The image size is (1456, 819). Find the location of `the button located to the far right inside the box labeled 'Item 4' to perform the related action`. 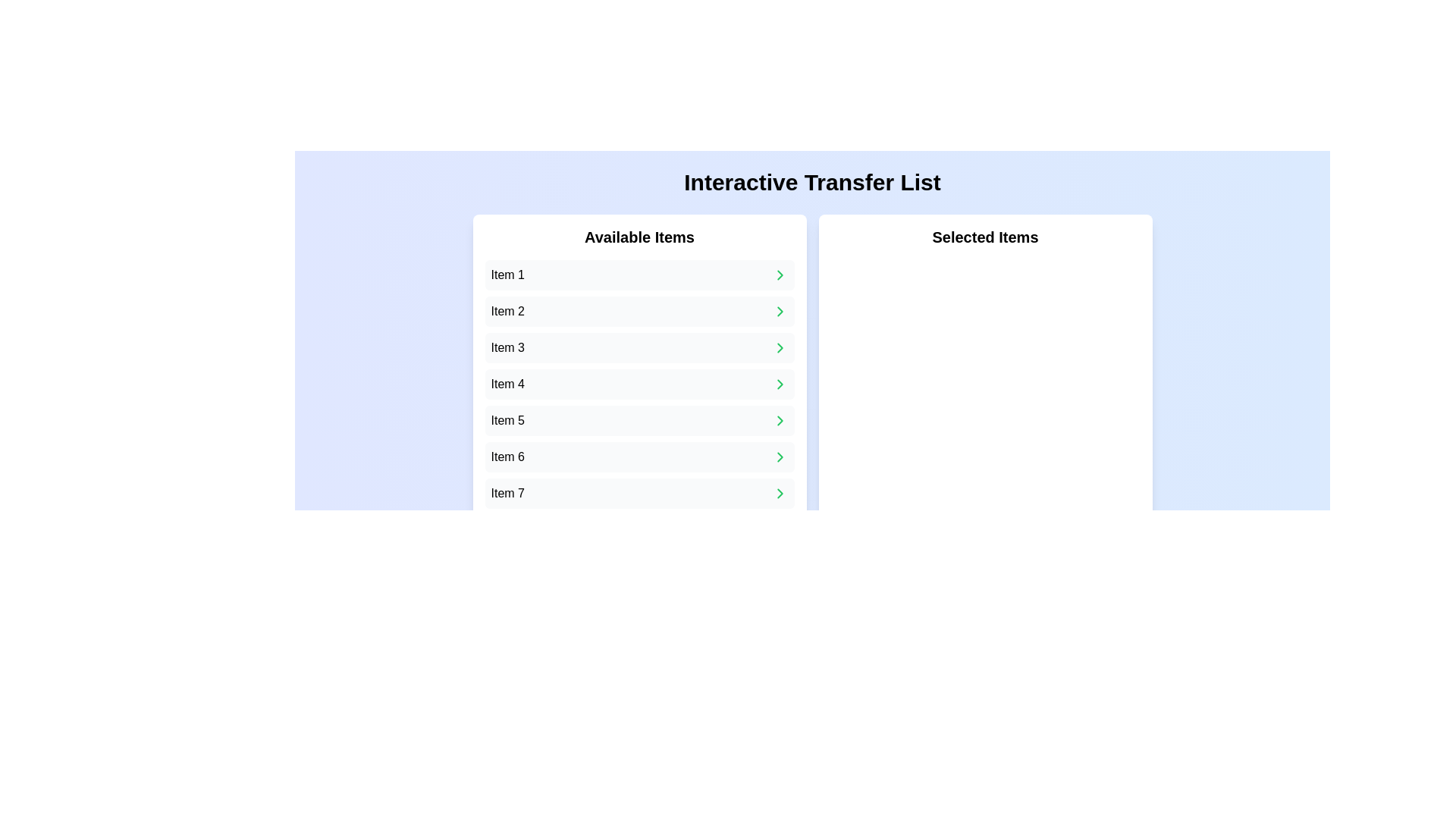

the button located to the far right inside the box labeled 'Item 4' to perform the related action is located at coordinates (780, 383).